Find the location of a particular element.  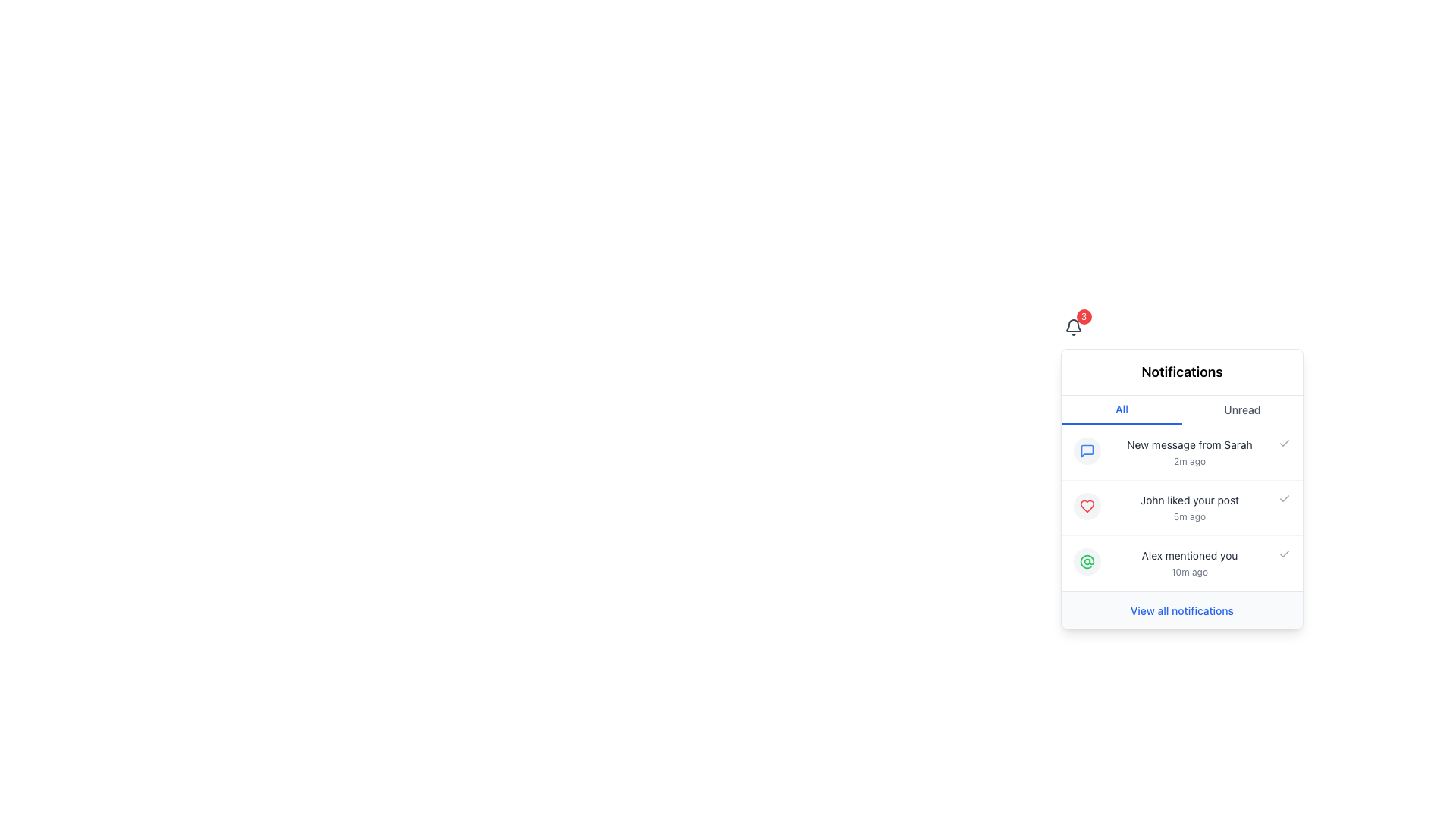

the 'All' tab in the notifications dropdown menu to switch is located at coordinates (1181, 409).